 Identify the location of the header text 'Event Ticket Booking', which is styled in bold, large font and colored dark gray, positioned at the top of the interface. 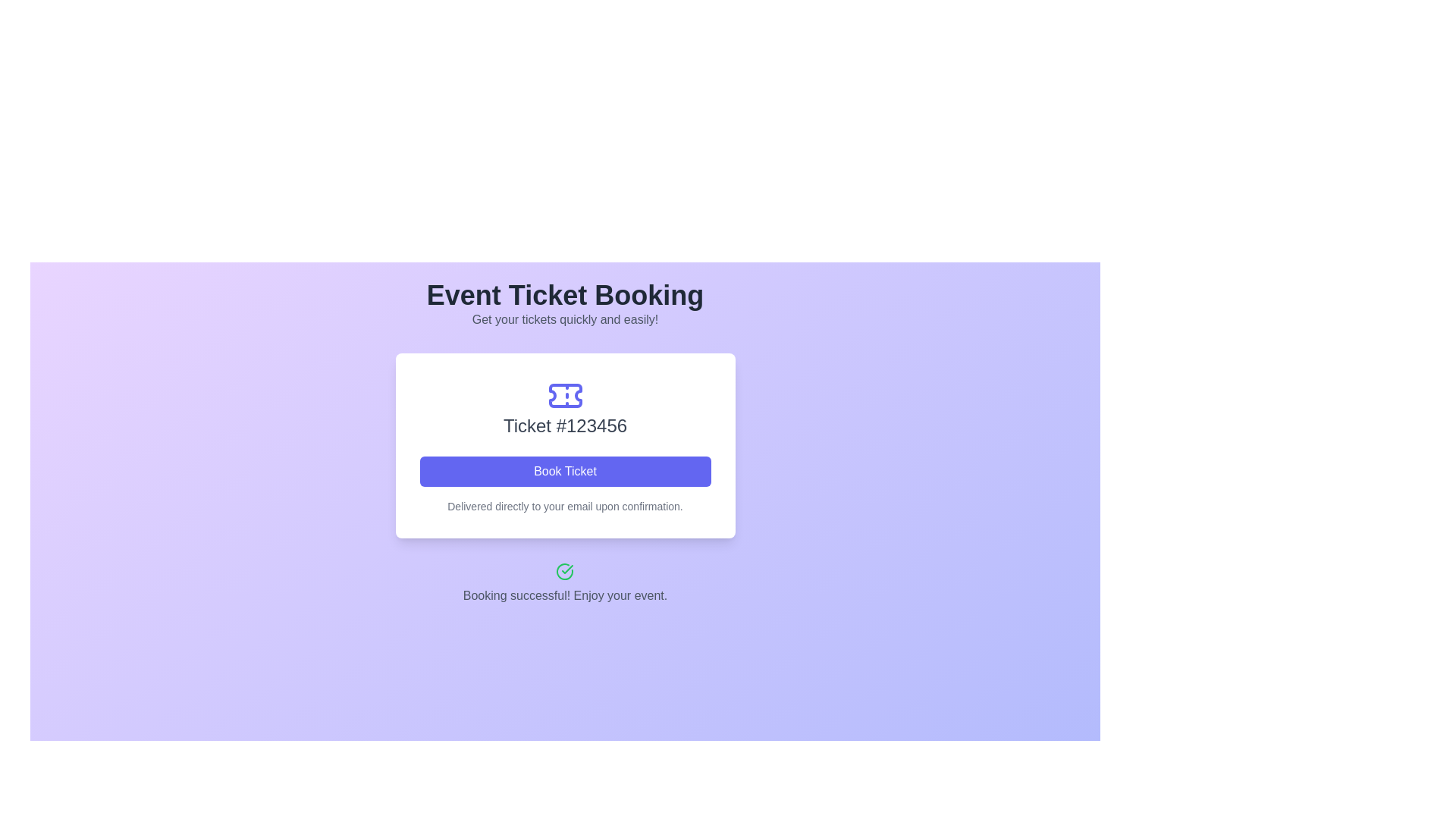
(564, 295).